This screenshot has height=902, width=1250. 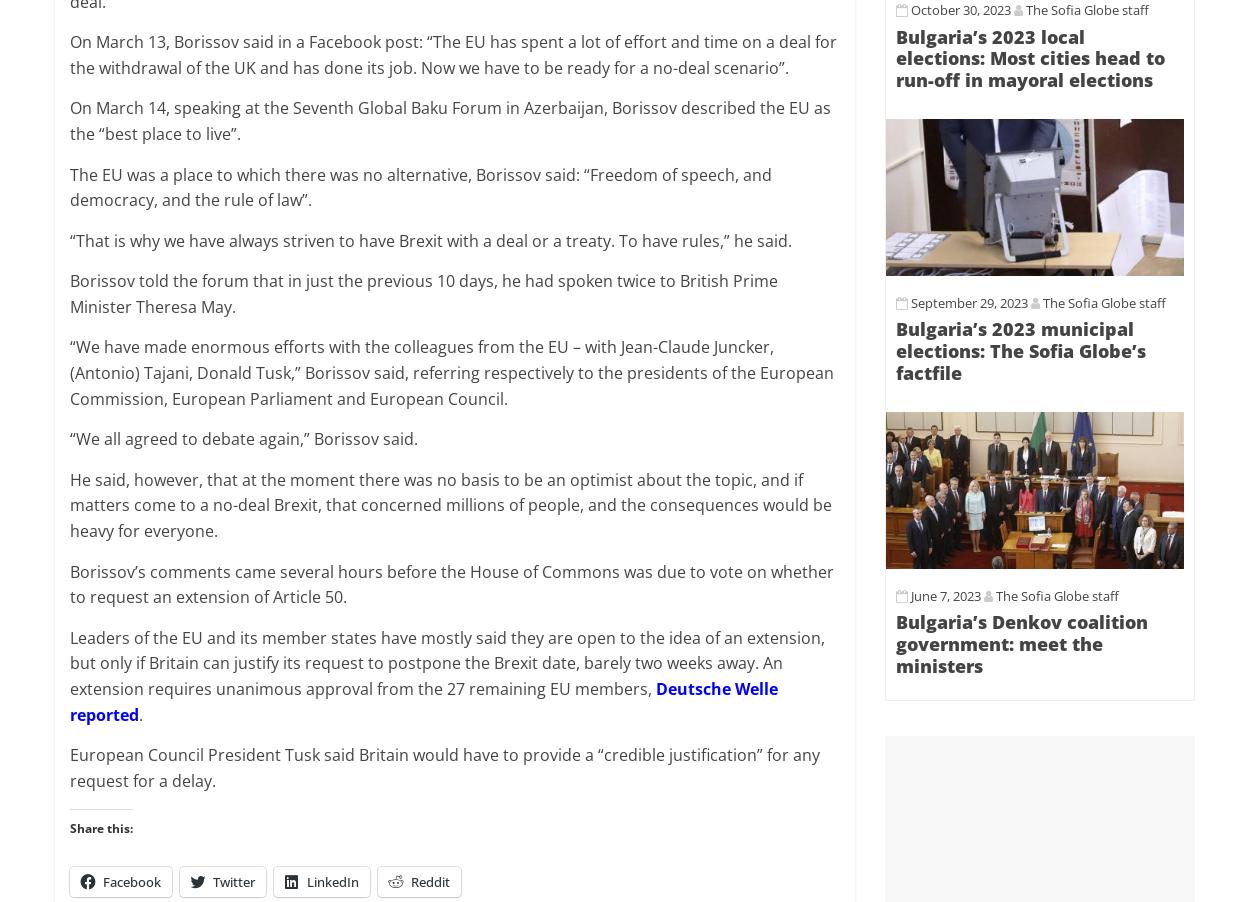 I want to click on 'Bulgaria’s 2023 local elections: Most cities head to run-off in mayoral elections', so click(x=1030, y=56).